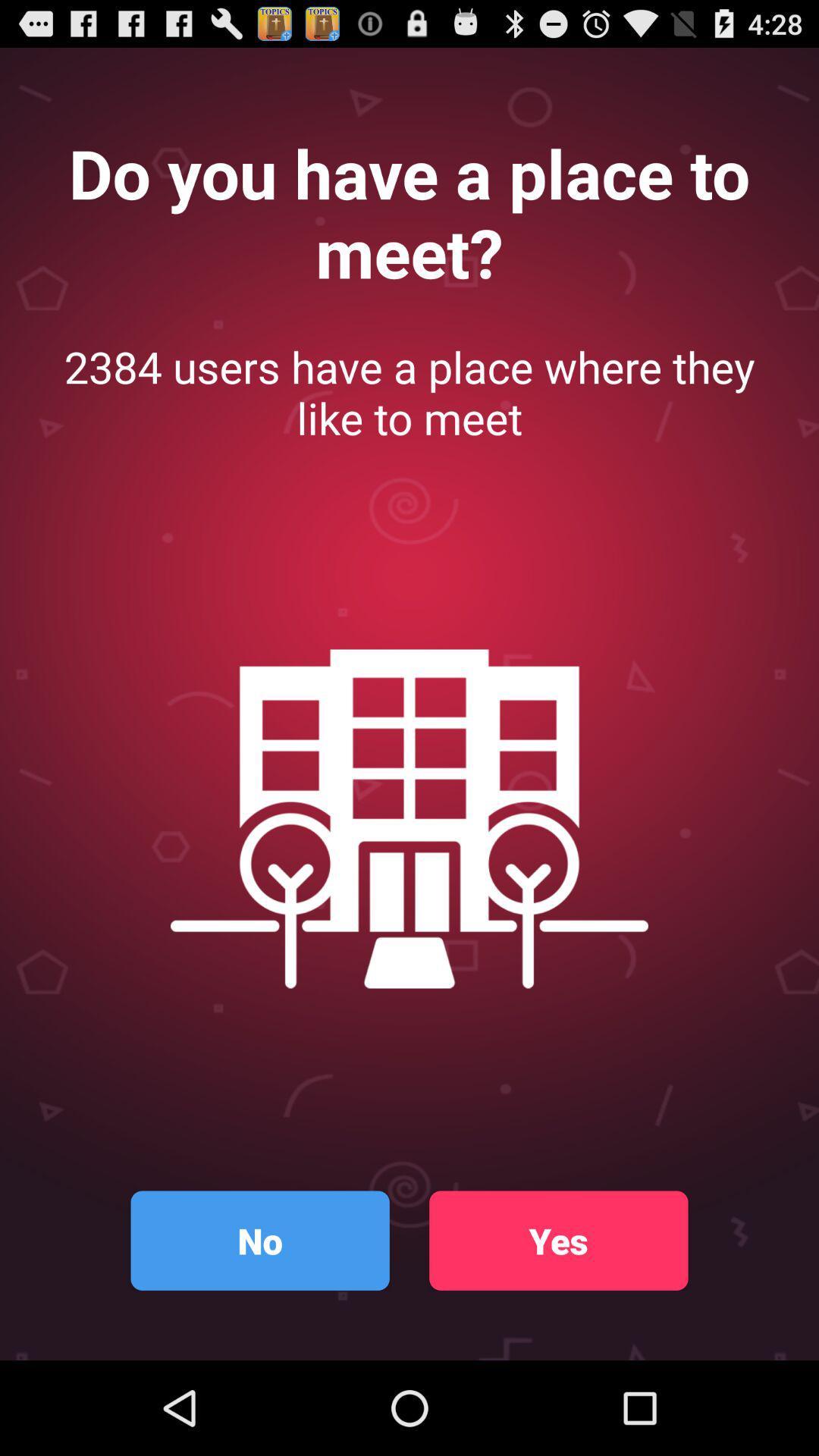 This screenshot has width=819, height=1456. What do you see at coordinates (259, 1241) in the screenshot?
I see `button at the bottom left corner` at bounding box center [259, 1241].